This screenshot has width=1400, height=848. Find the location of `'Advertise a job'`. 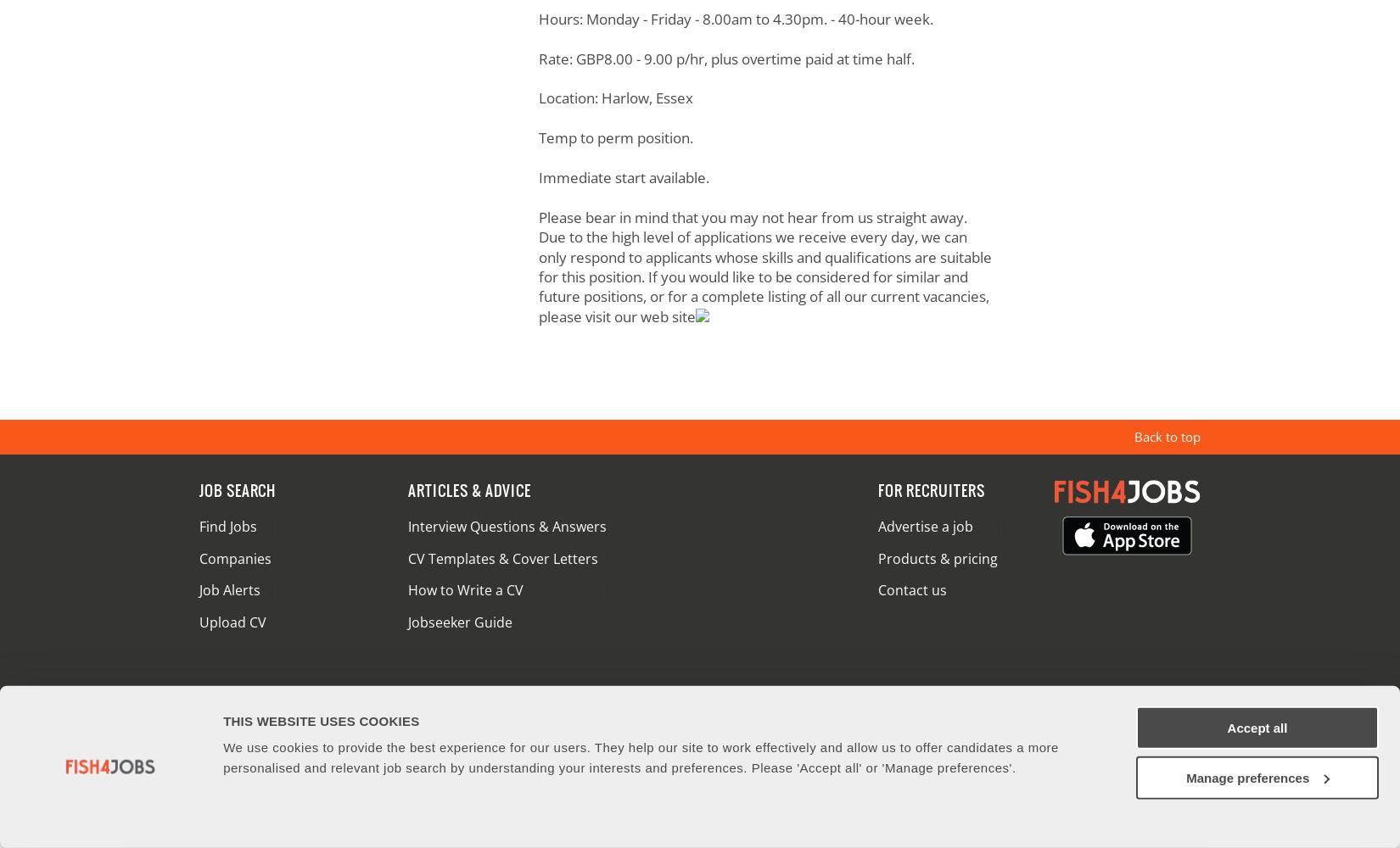

'Advertise a job' is located at coordinates (924, 525).